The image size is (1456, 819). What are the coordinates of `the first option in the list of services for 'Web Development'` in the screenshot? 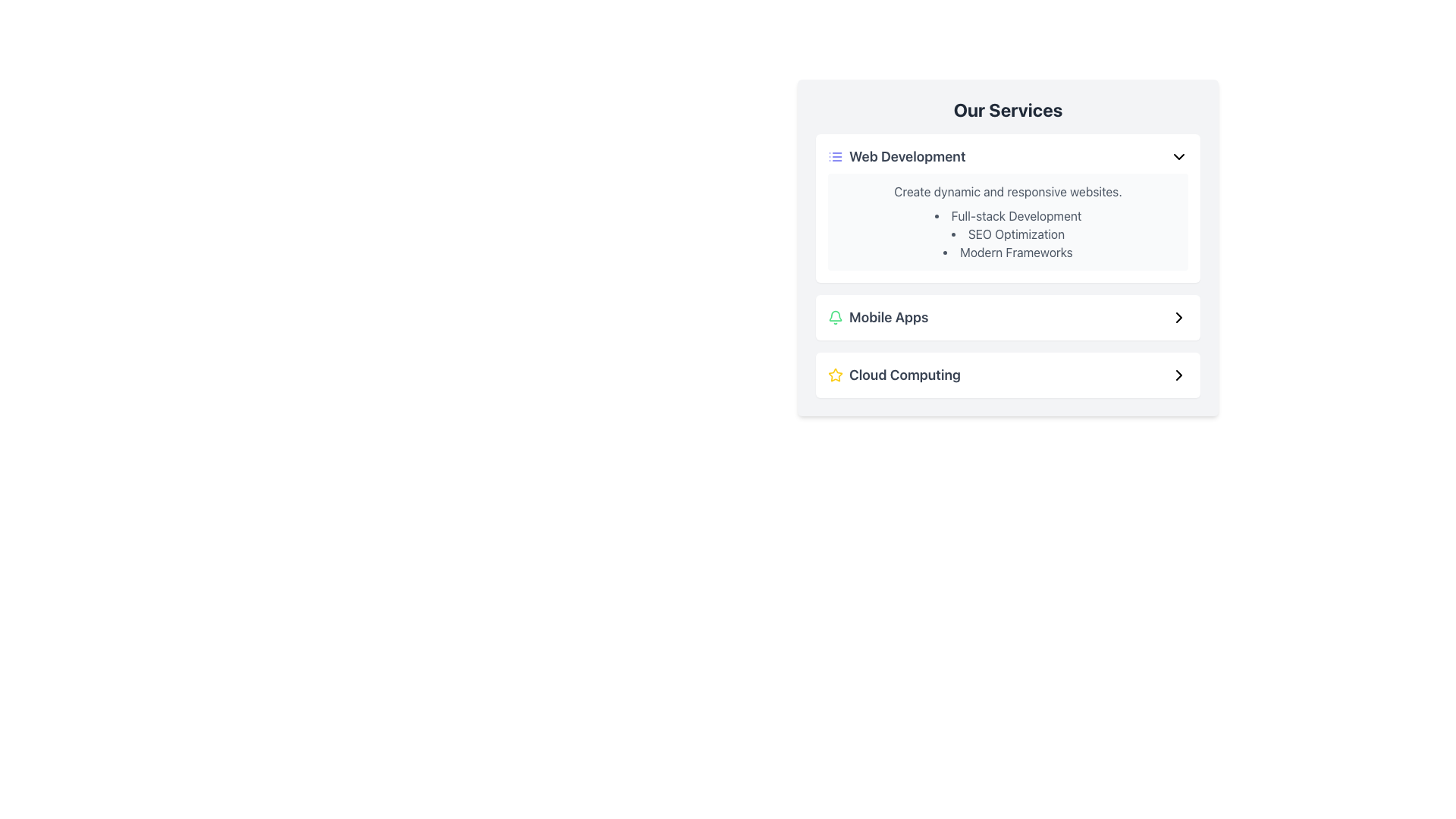 It's located at (1008, 157).